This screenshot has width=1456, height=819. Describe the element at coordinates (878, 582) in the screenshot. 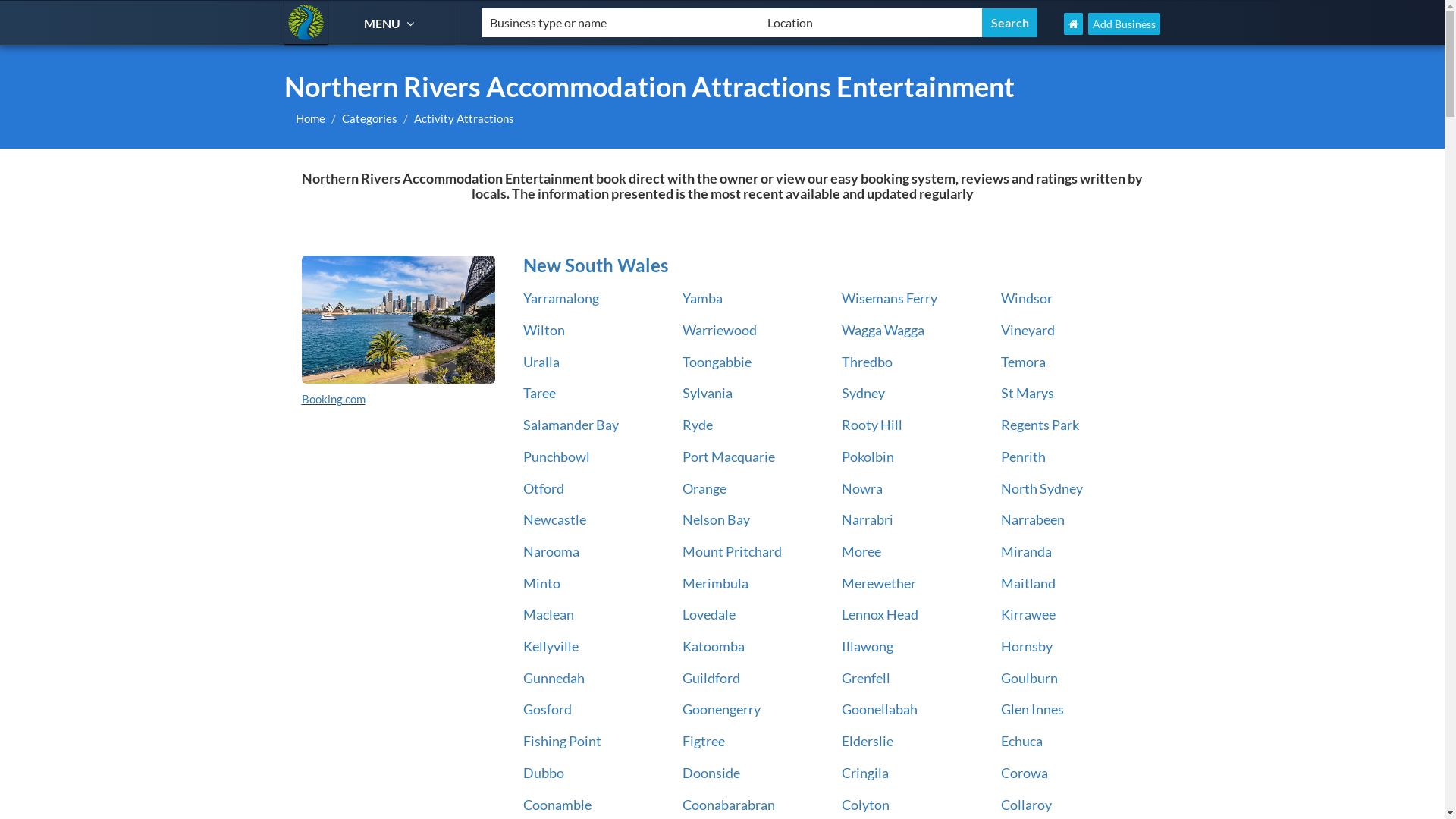

I see `'Merewether'` at that location.